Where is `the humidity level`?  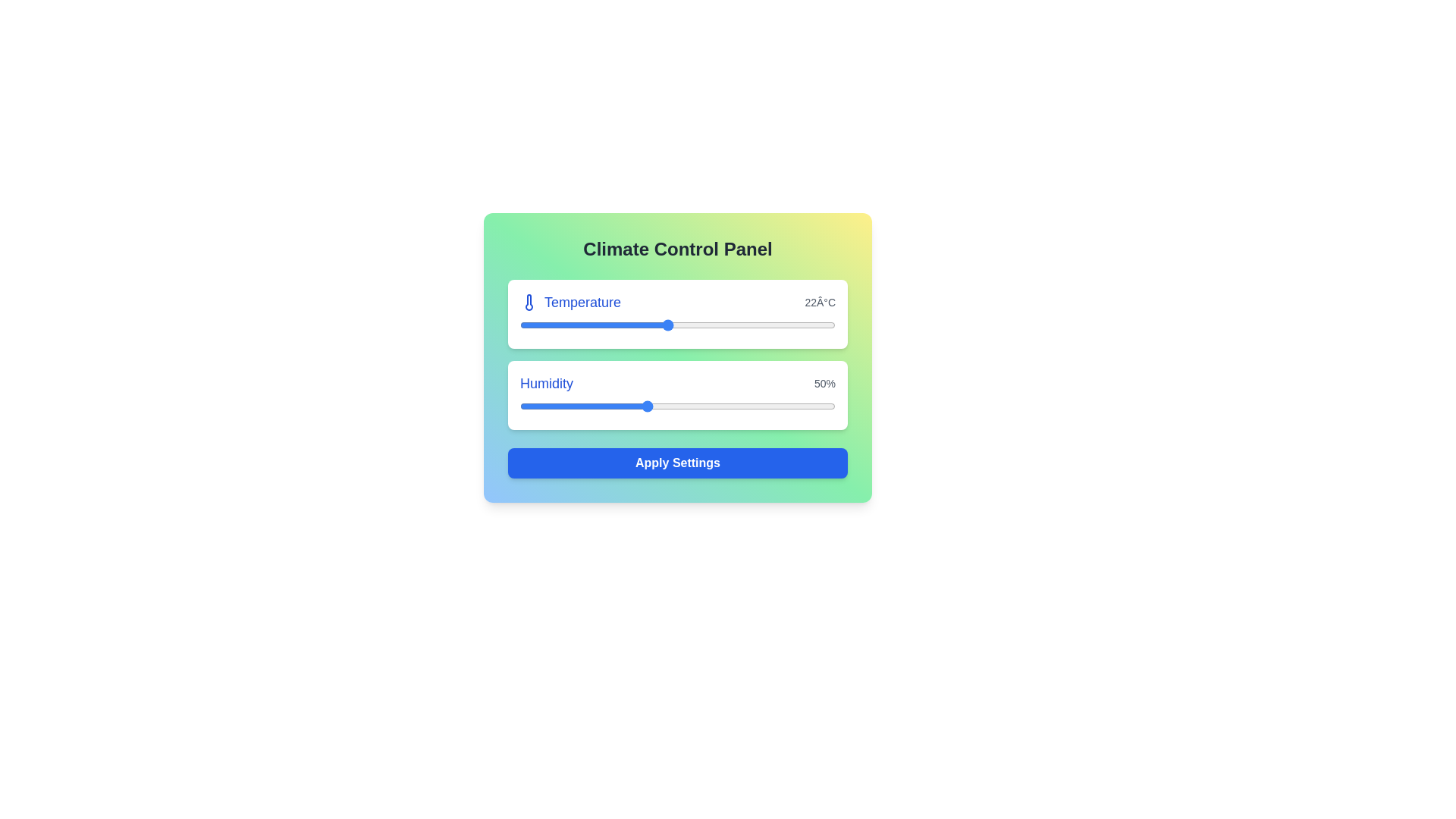 the humidity level is located at coordinates (683, 406).